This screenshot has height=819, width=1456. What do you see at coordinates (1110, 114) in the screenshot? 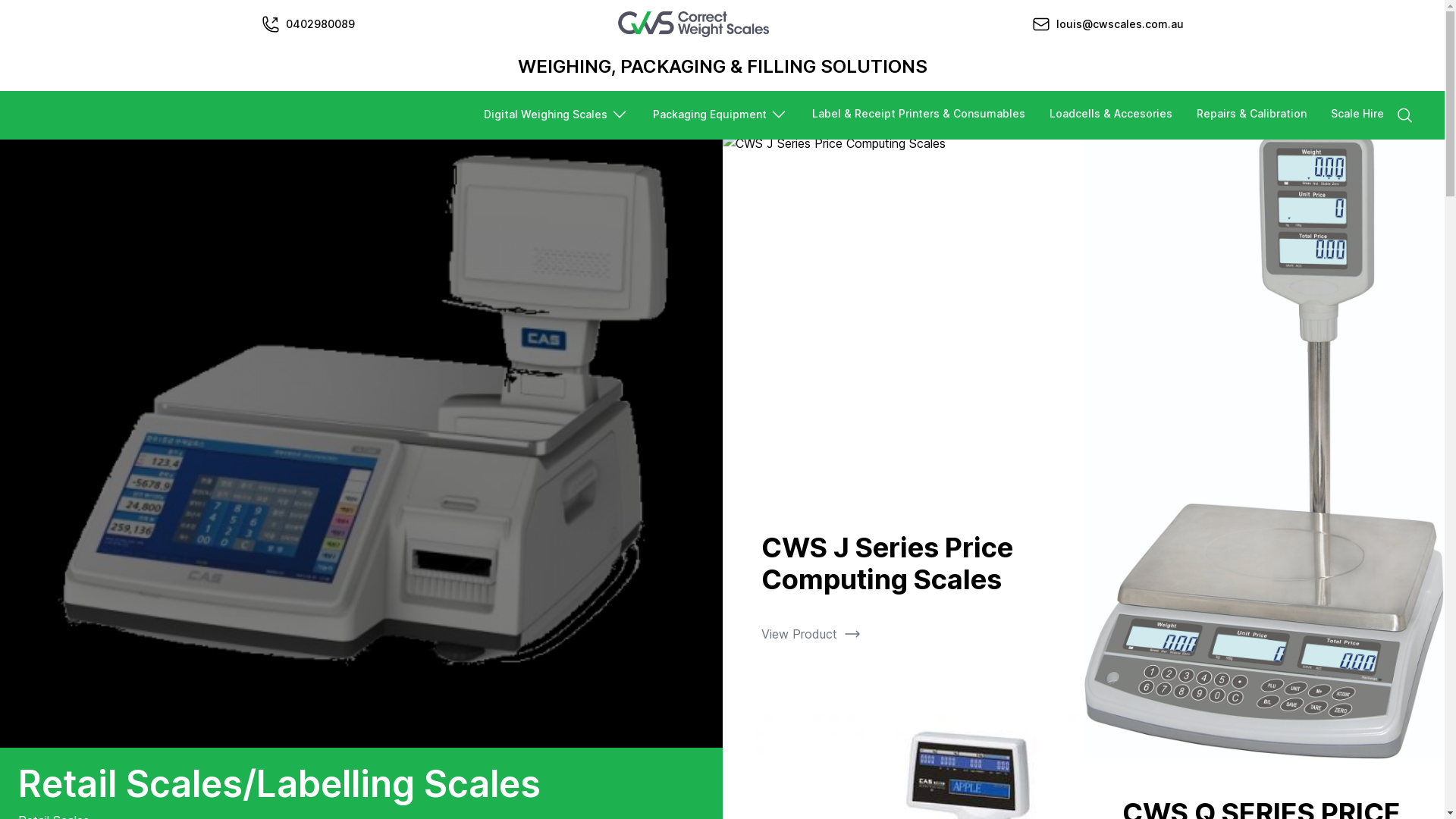
I see `'Loadcells & Accesories'` at bounding box center [1110, 114].